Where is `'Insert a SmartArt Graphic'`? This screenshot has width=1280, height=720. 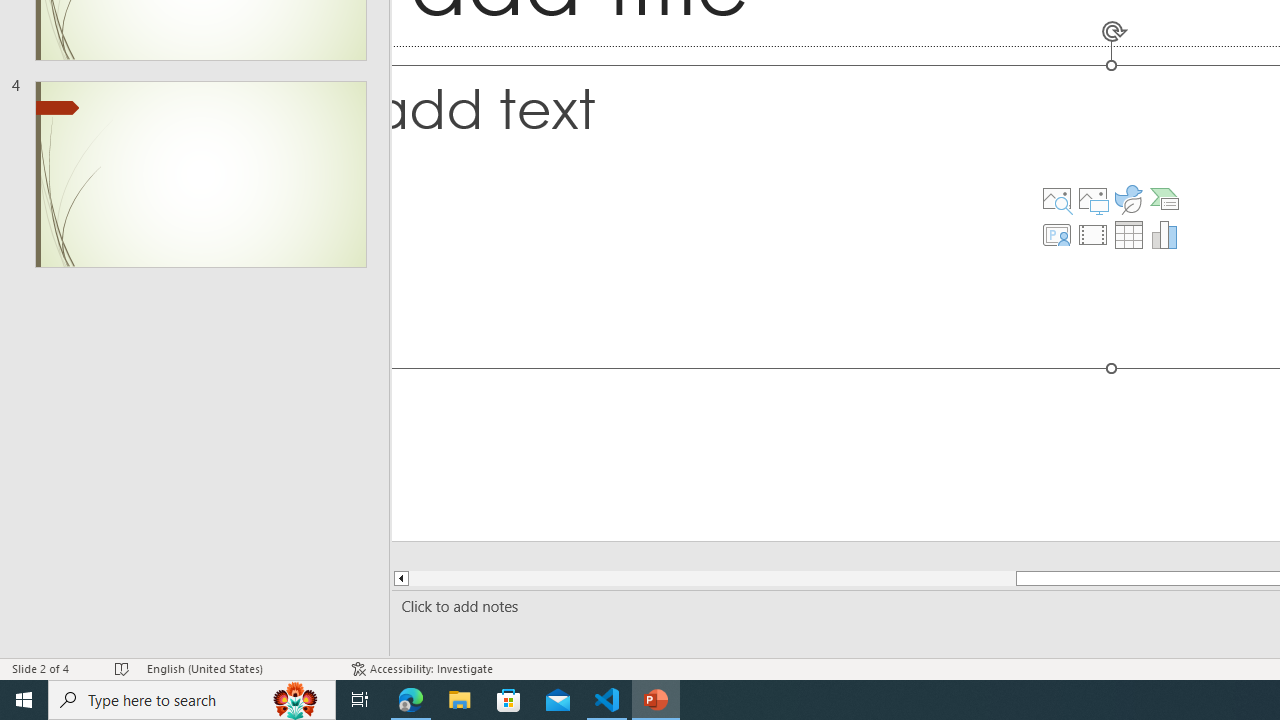
'Insert a SmartArt Graphic' is located at coordinates (1165, 199).